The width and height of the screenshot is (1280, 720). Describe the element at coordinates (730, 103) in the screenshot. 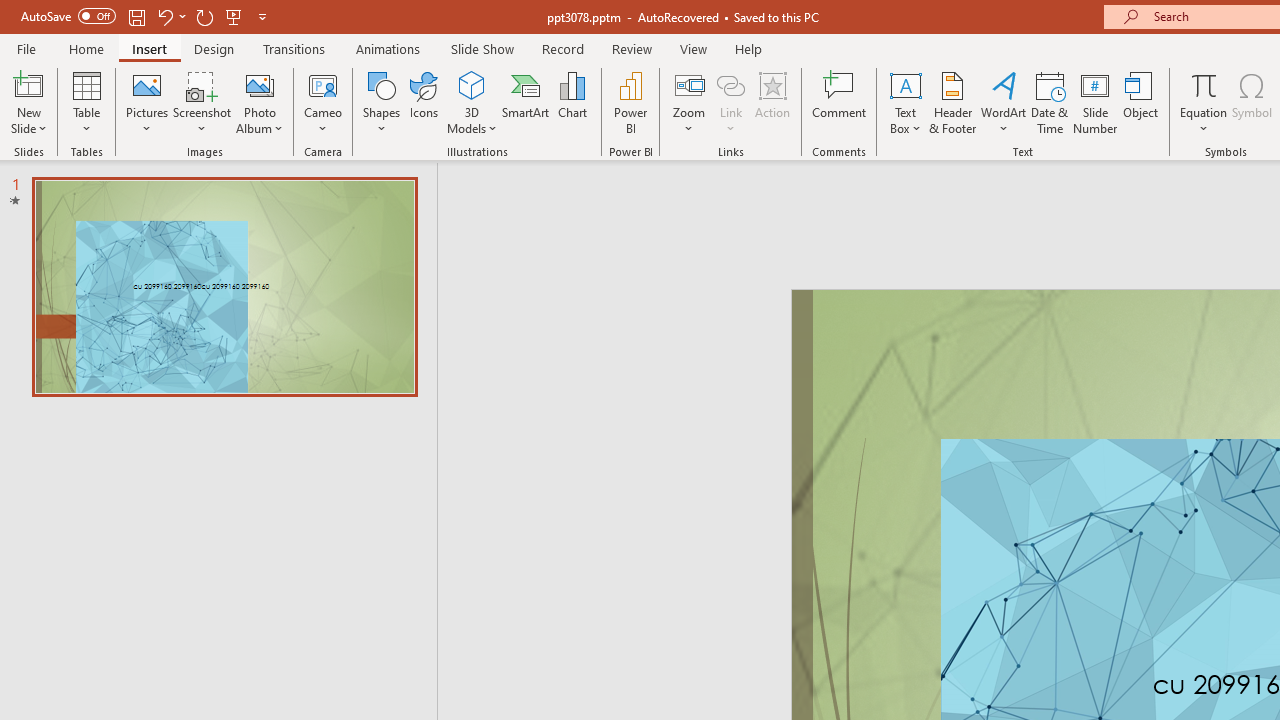

I see `'Link'` at that location.